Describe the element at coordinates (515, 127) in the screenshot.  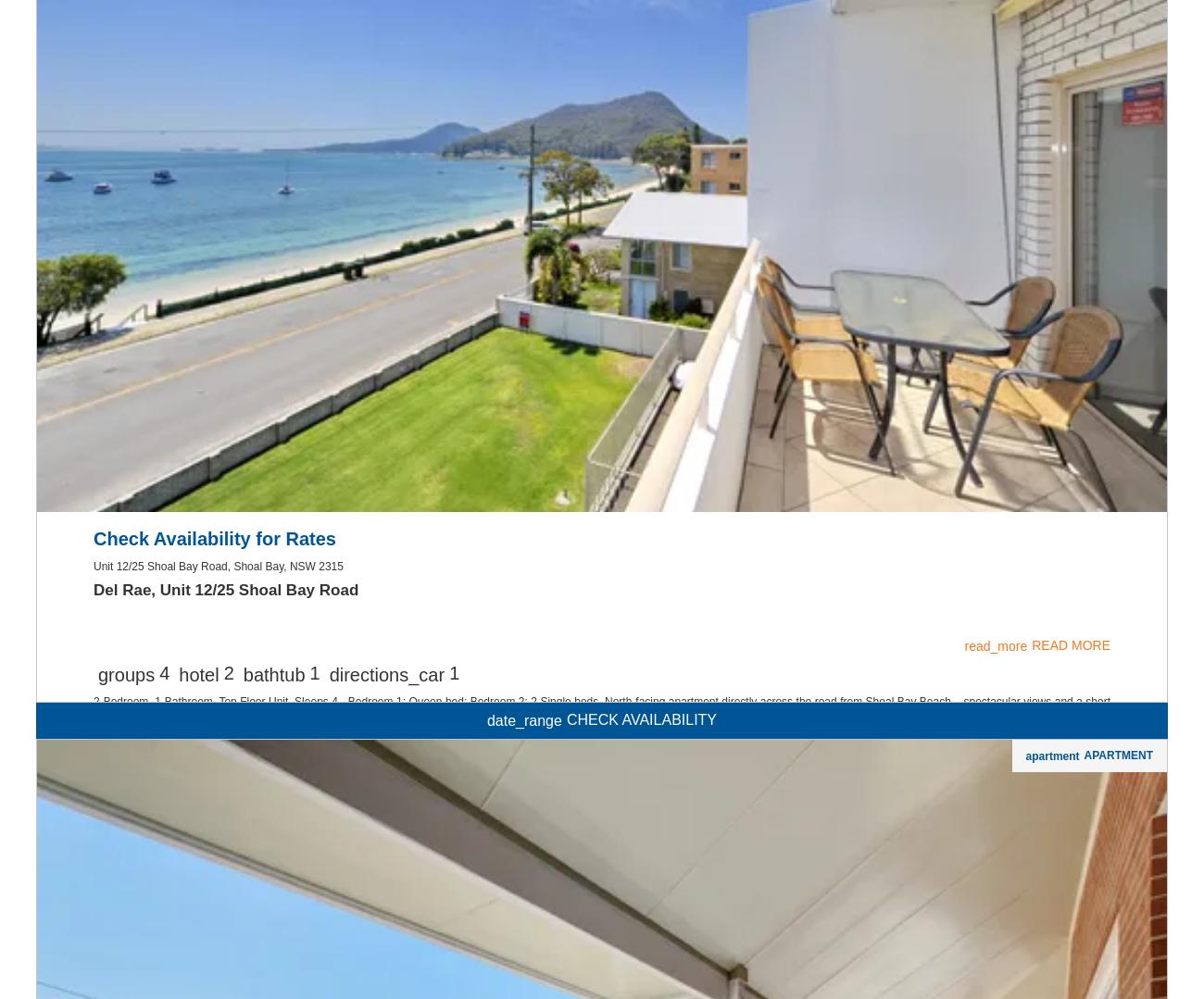
I see `'countertops'` at that location.